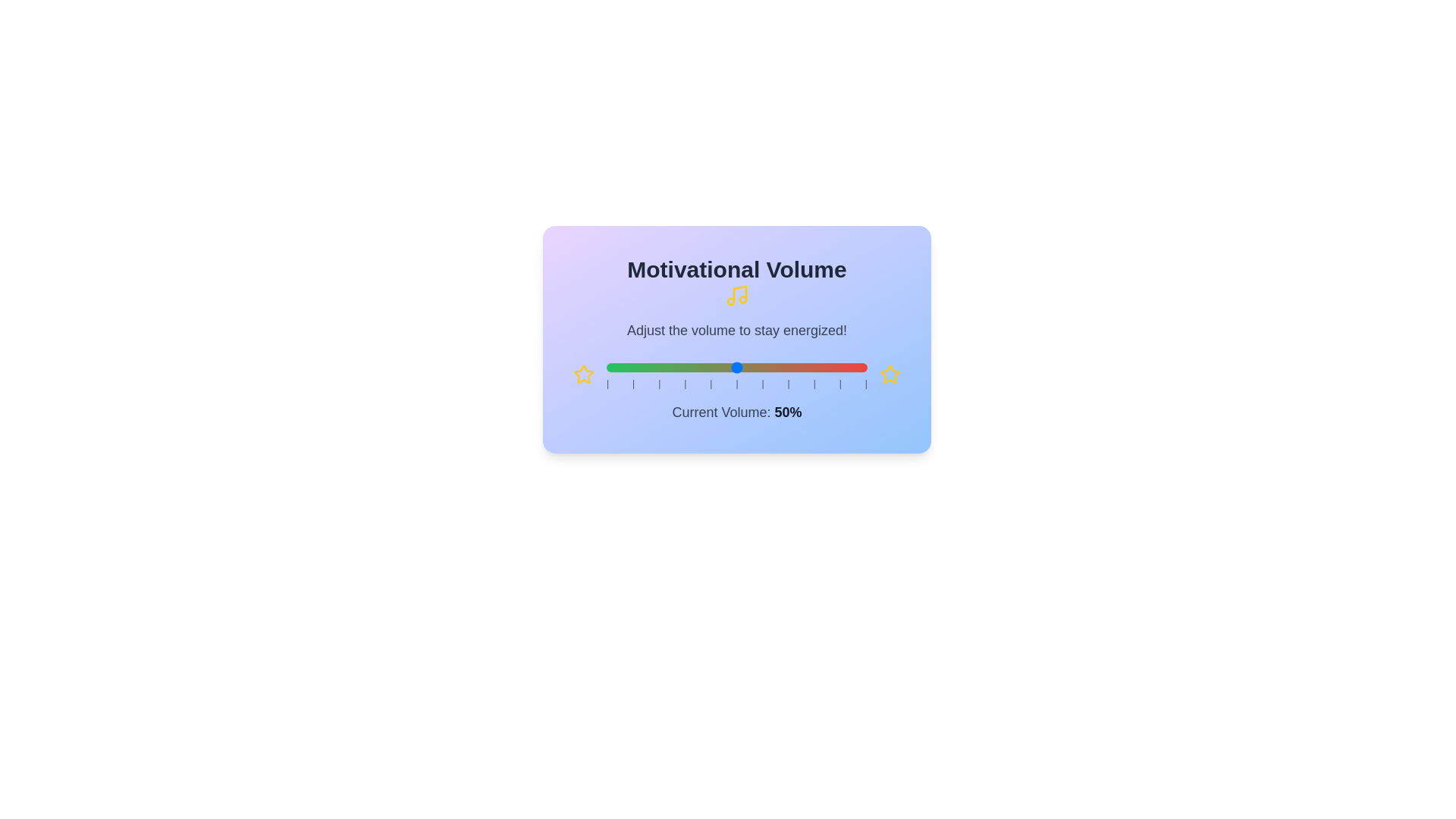  I want to click on the volume slider to set the volume to 79%, so click(811, 368).